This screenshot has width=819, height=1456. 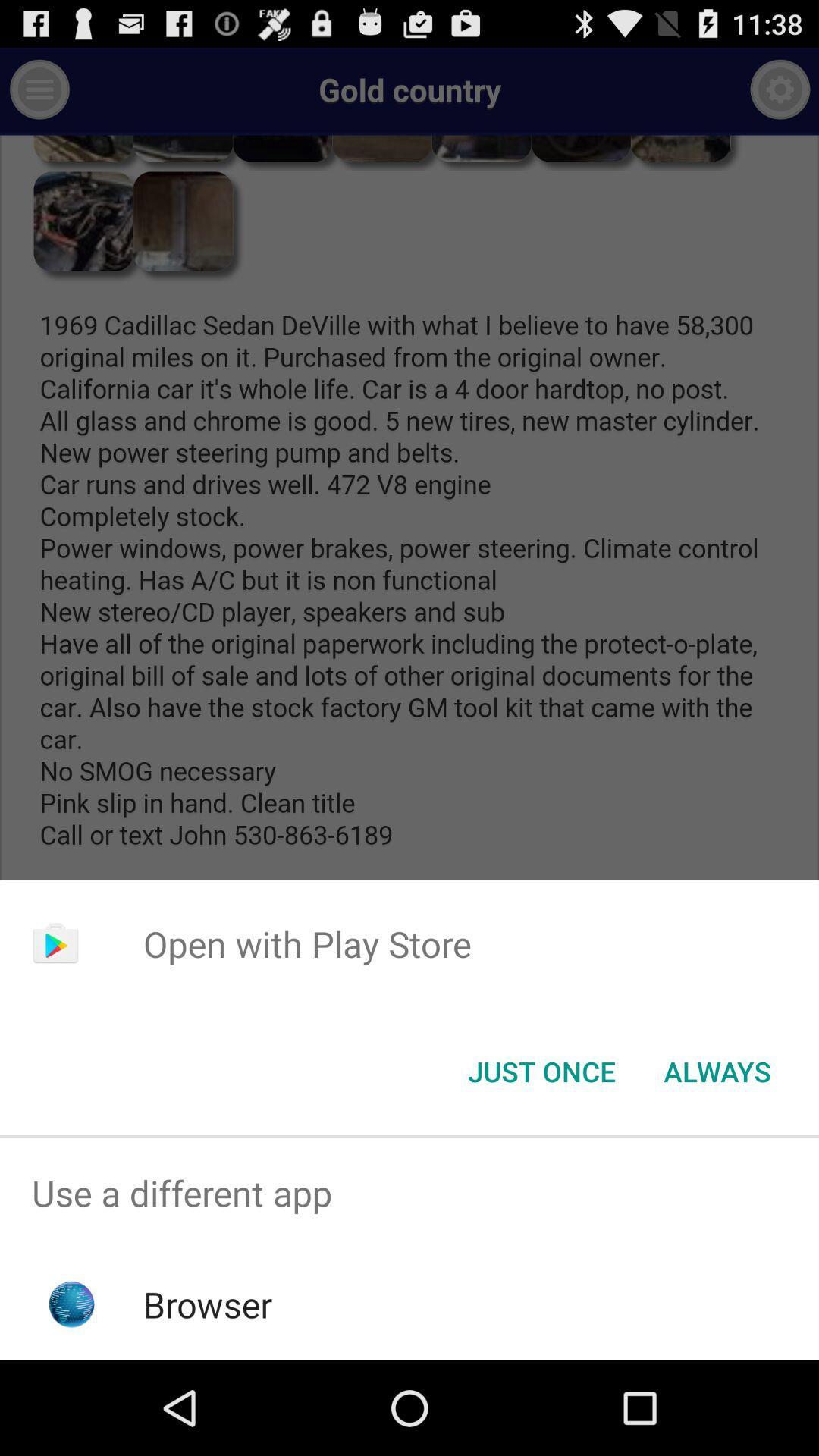 What do you see at coordinates (208, 1304) in the screenshot?
I see `the browser icon` at bounding box center [208, 1304].